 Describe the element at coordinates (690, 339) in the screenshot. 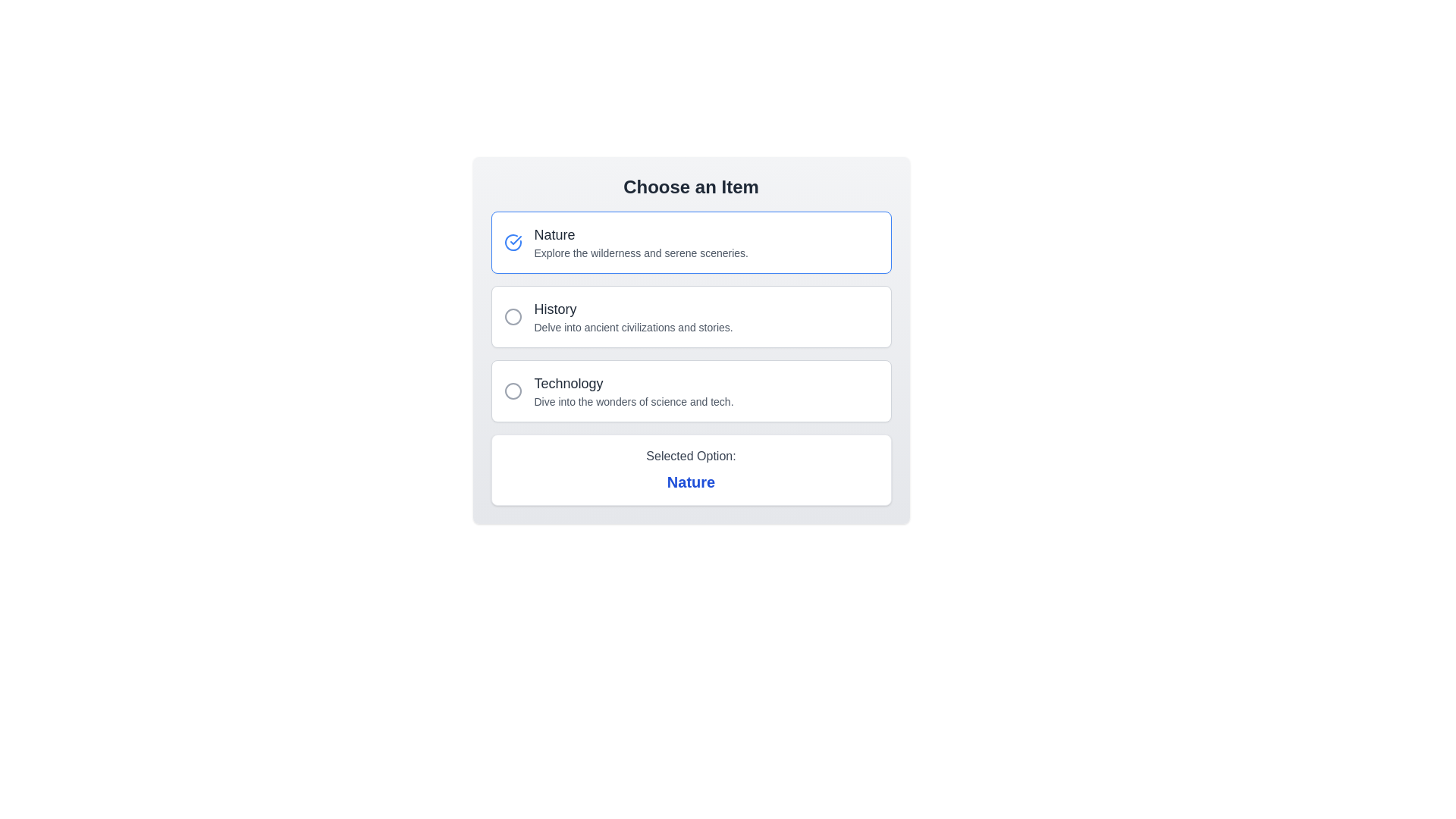

I see `the 'History' interactive card option, which is a white card with a light border and contains the text 'History' in bold` at that location.